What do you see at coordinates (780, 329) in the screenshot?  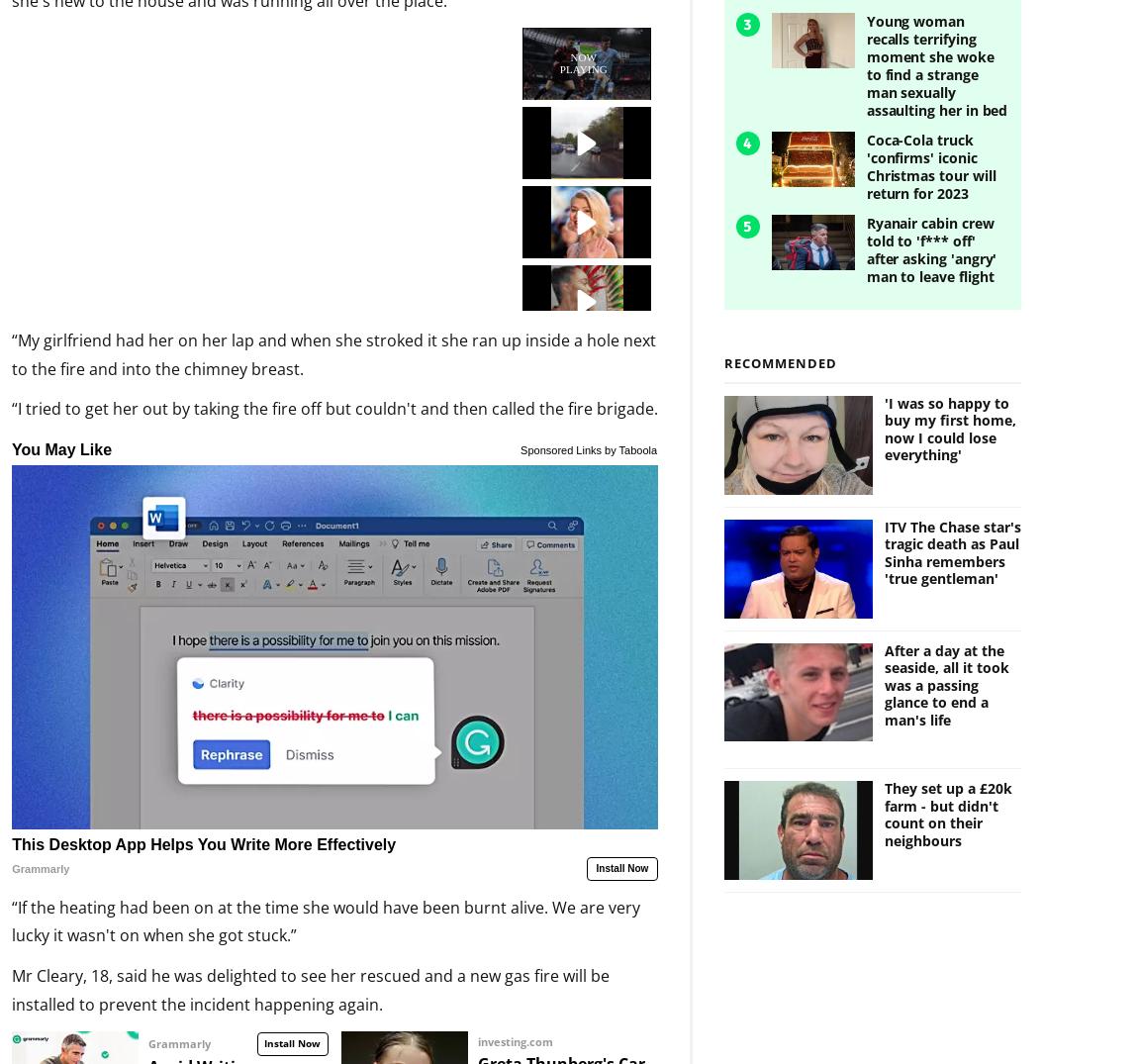 I see `'Recommended'` at bounding box center [780, 329].